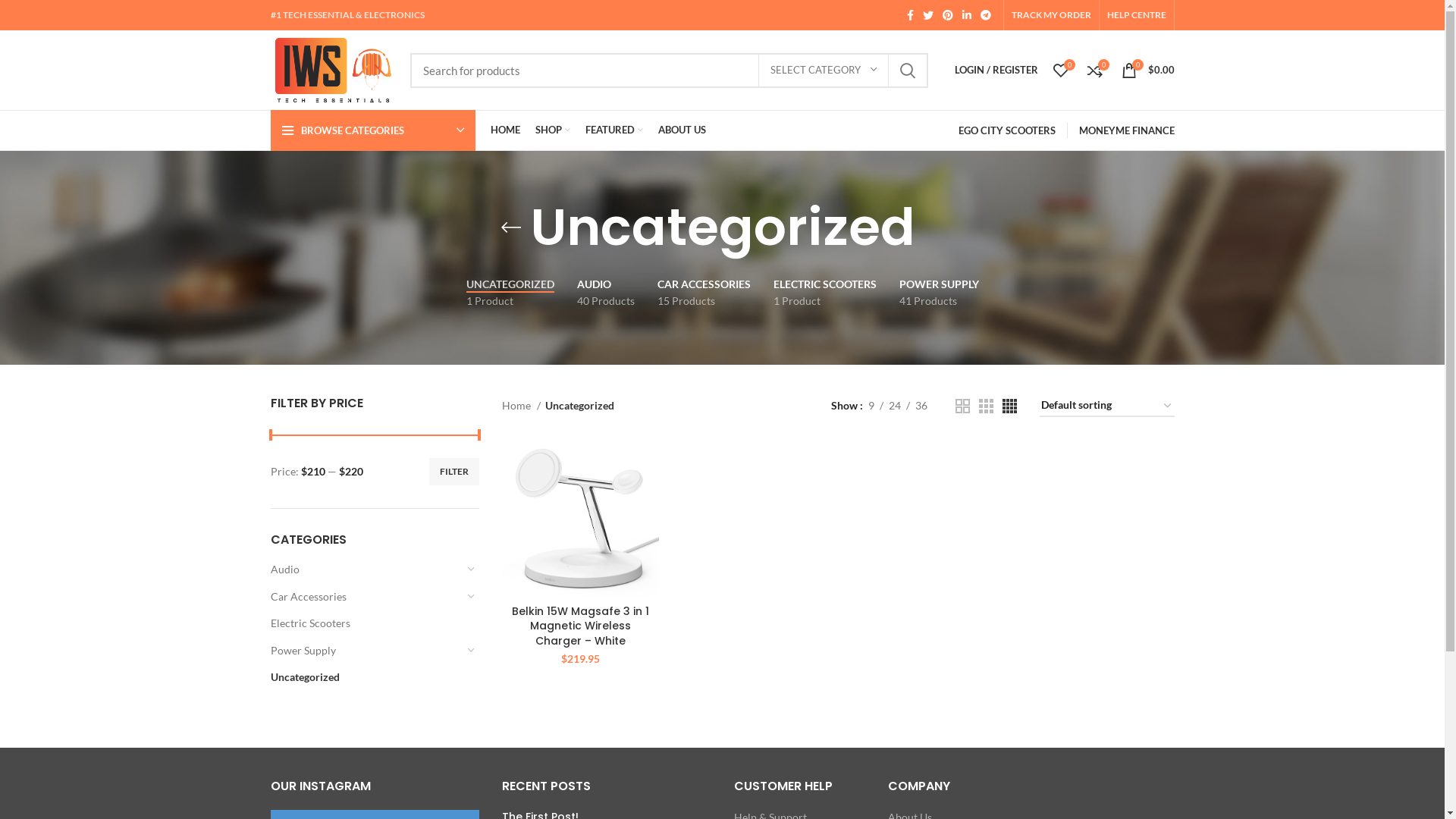  Describe the element at coordinates (1007, 130) in the screenshot. I see `'EGO CITY SCOOTERS'` at that location.